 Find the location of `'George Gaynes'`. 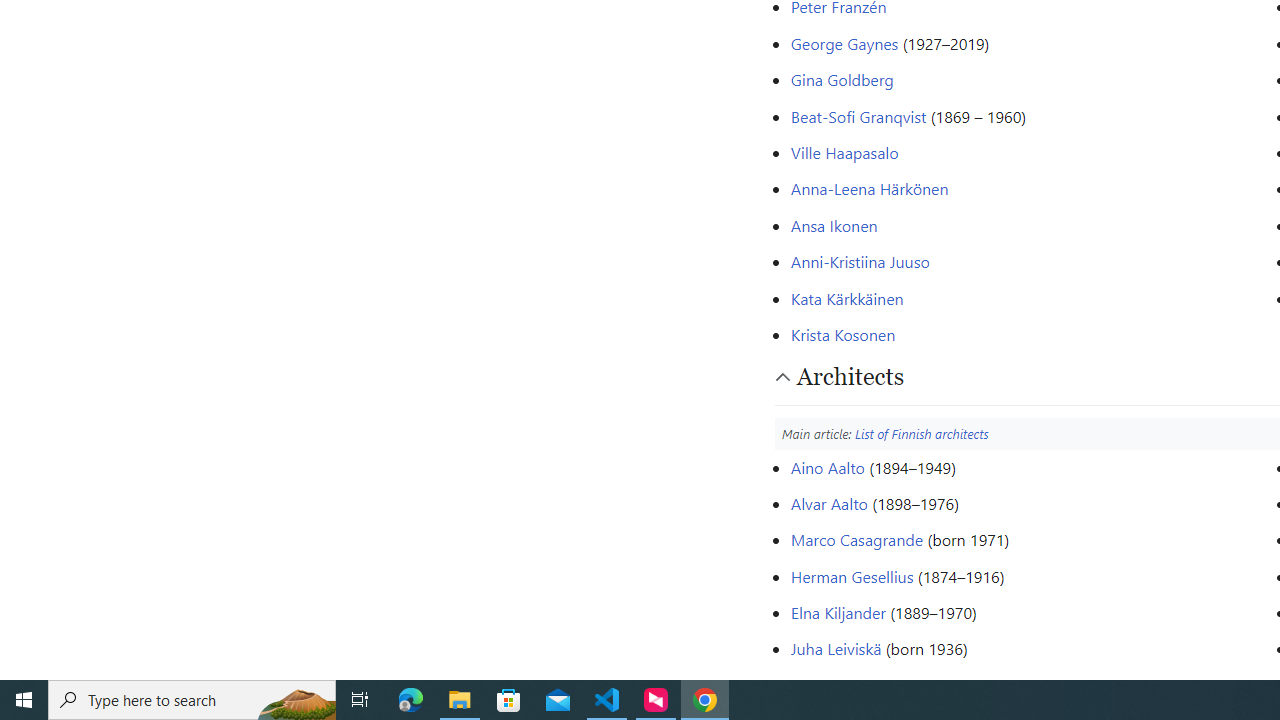

'George Gaynes' is located at coordinates (844, 42).